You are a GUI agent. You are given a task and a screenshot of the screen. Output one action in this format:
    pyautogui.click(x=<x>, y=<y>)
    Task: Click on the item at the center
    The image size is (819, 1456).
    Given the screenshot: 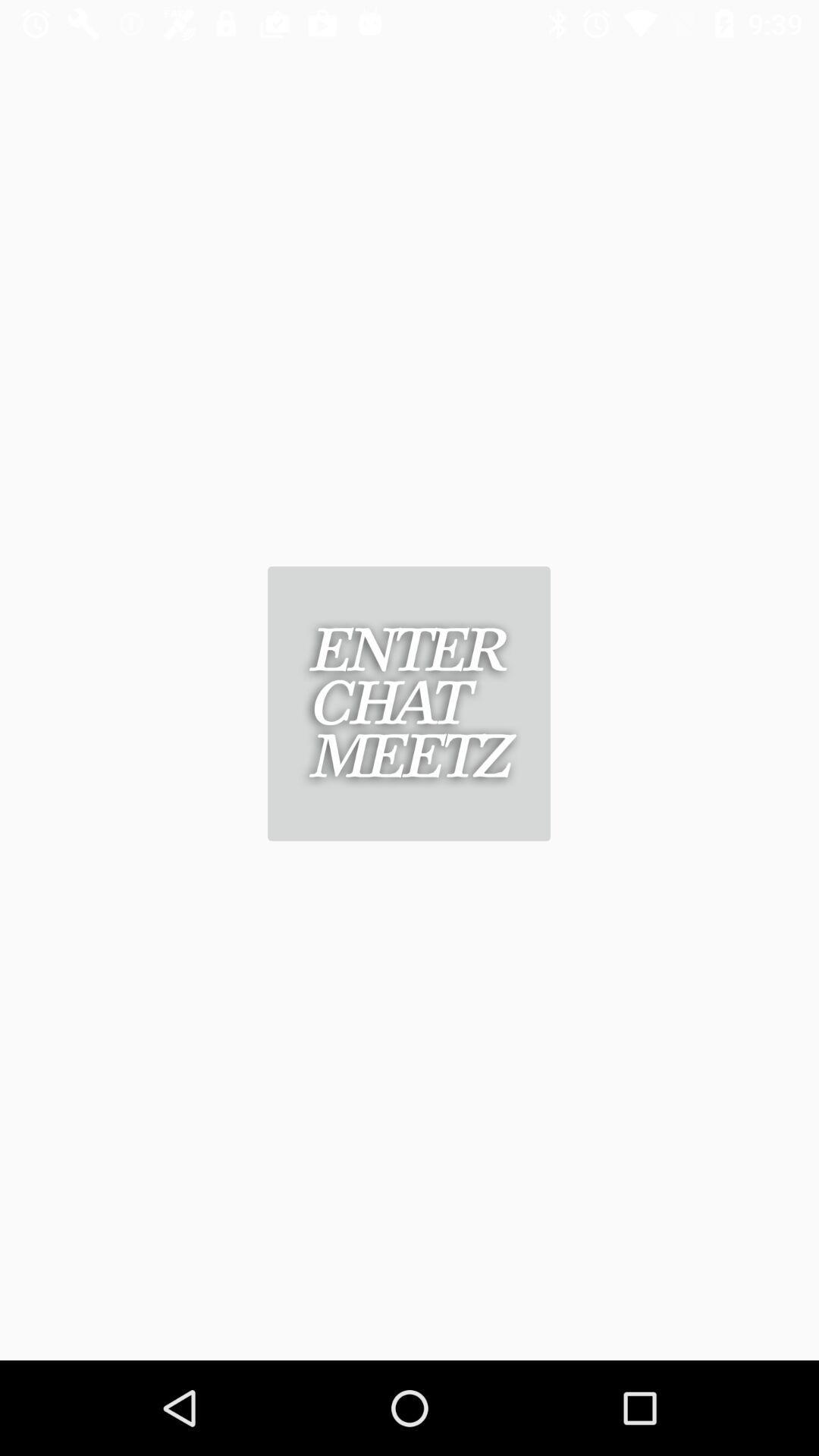 What is the action you would take?
    pyautogui.click(x=408, y=703)
    